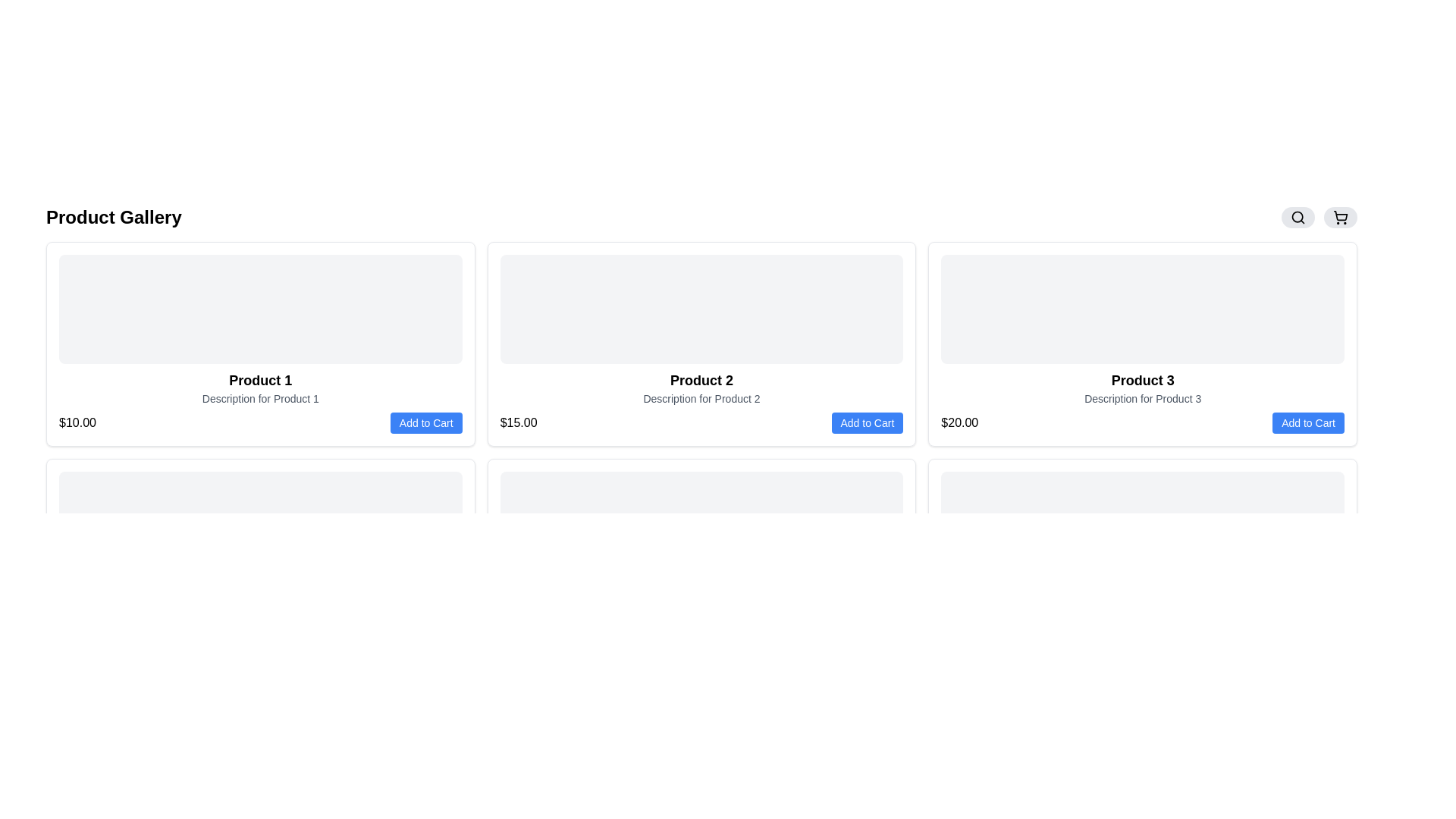 The image size is (1456, 819). I want to click on the text label that displays the name of the product, located in the top-left product card, so click(260, 379).